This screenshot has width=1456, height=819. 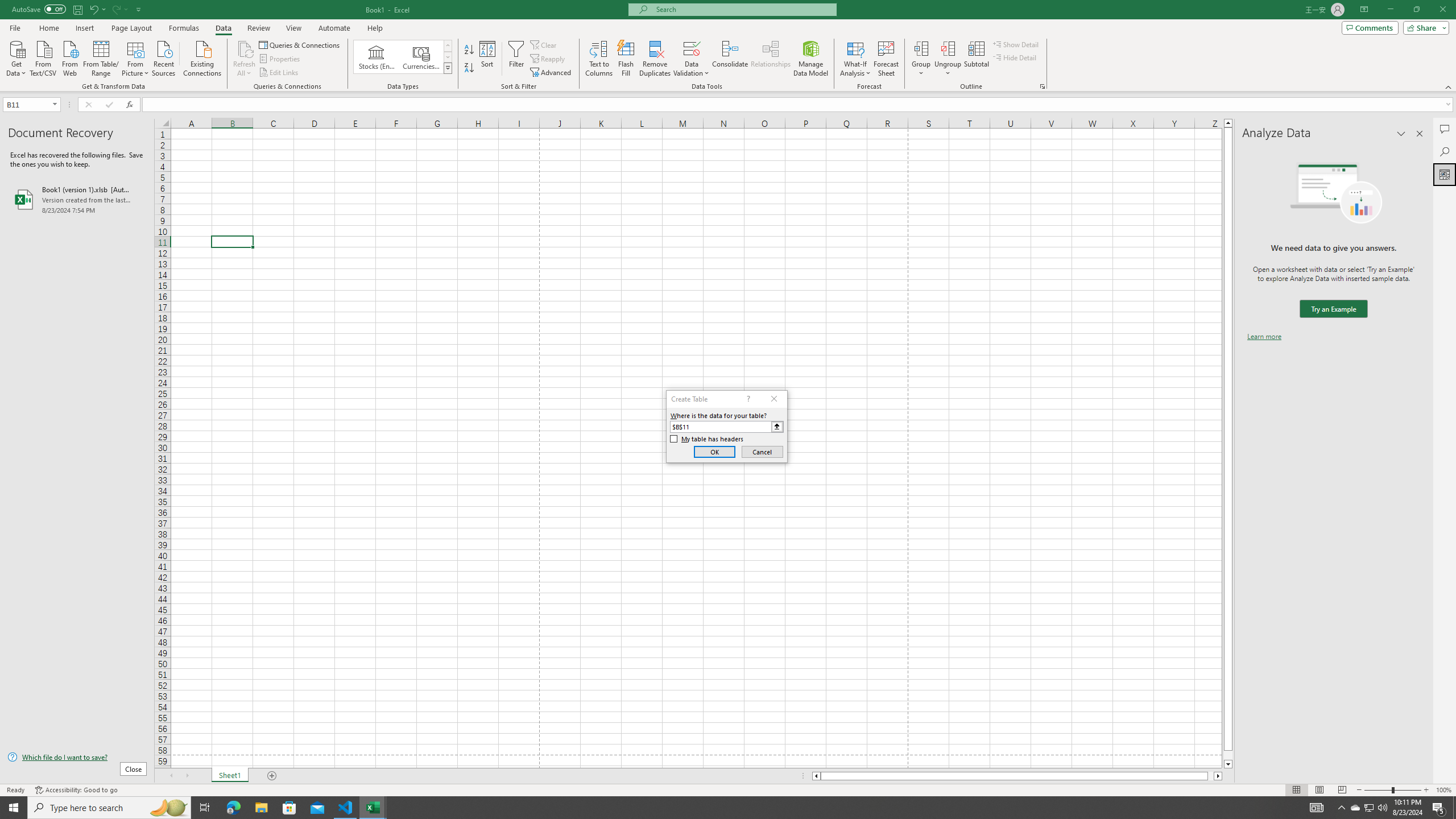 I want to click on 'Ungroup...', so click(x=948, y=48).